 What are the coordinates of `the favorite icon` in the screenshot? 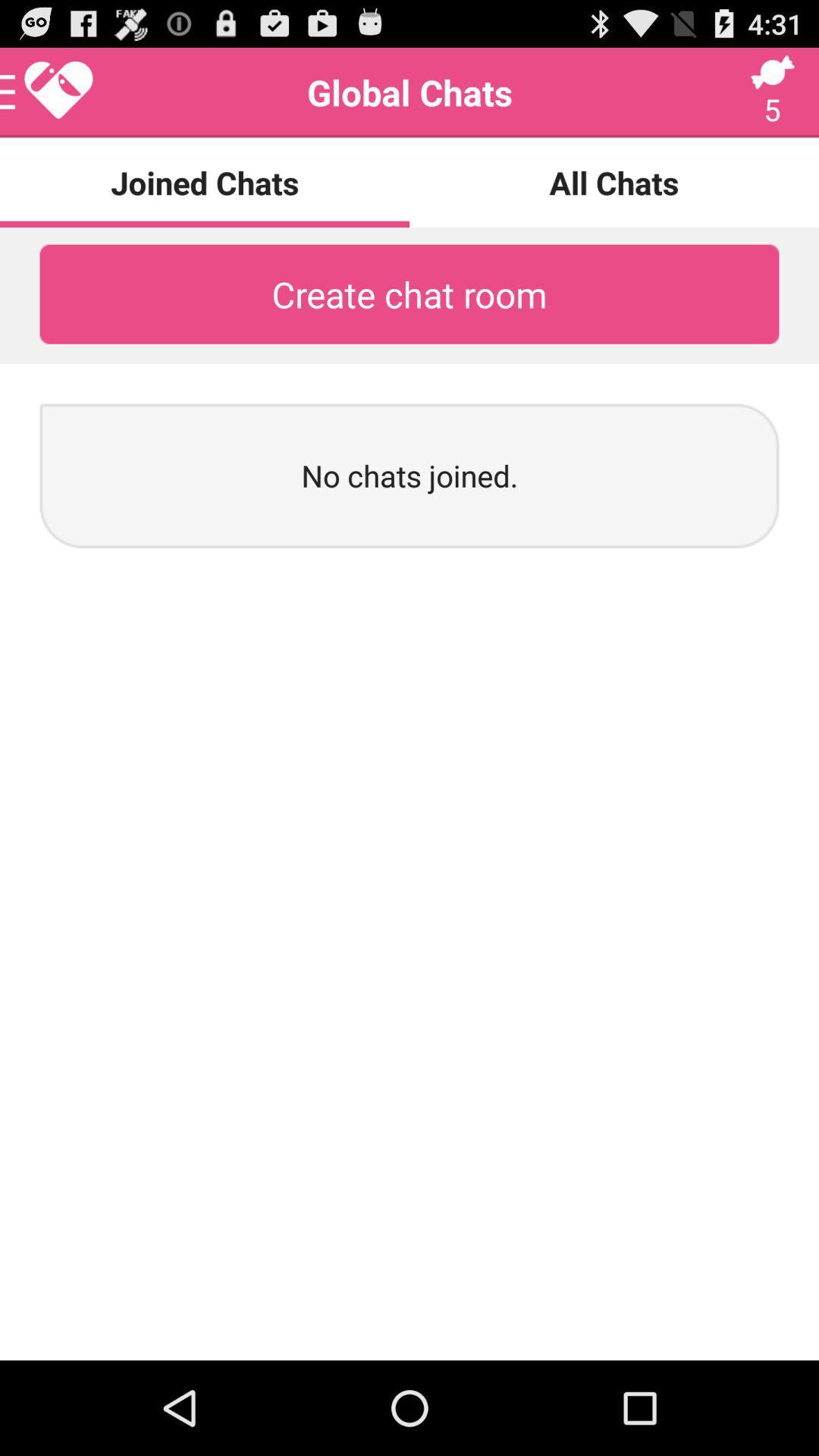 It's located at (46, 98).